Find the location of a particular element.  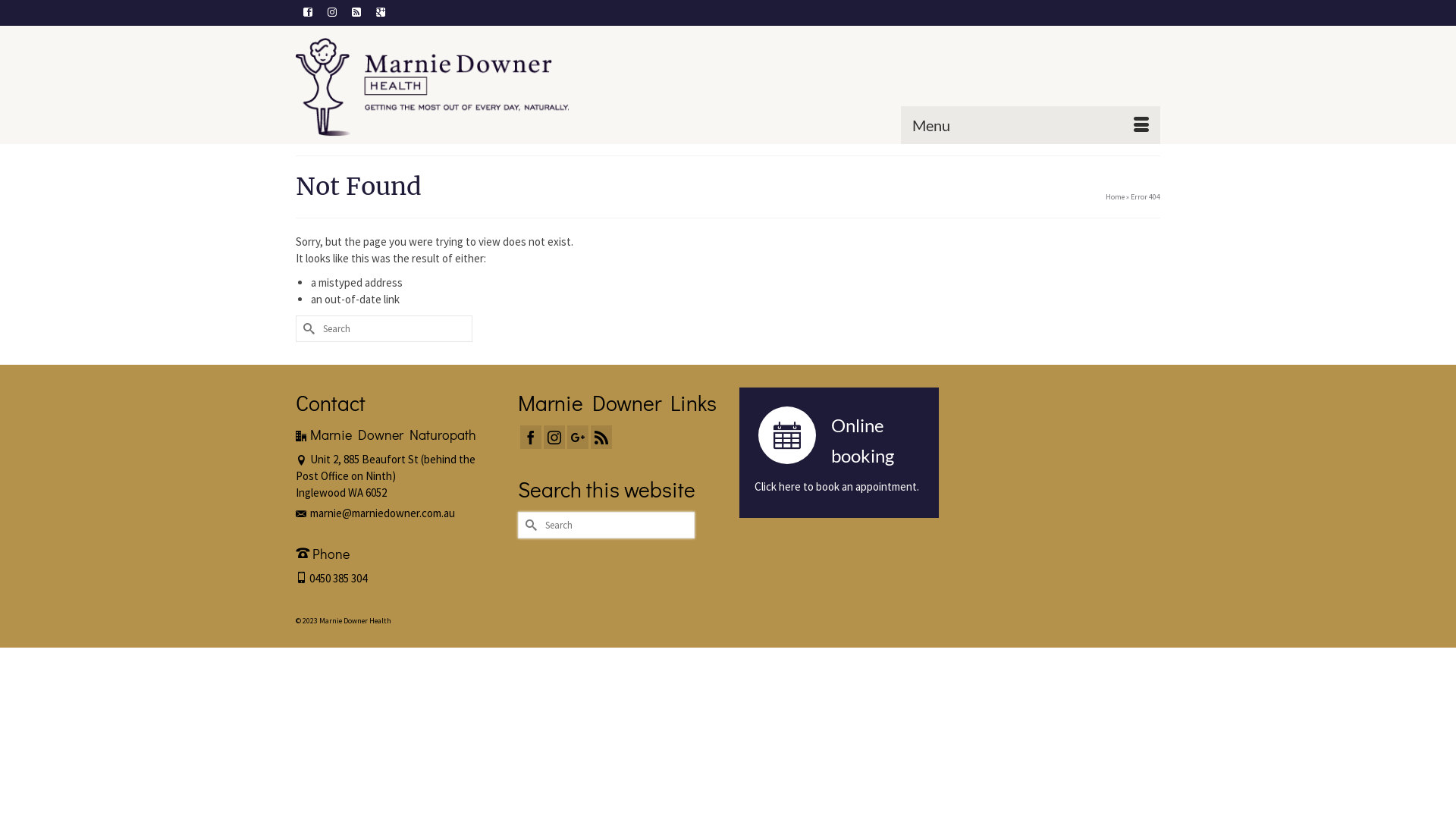

'Online booking is located at coordinates (838, 452).